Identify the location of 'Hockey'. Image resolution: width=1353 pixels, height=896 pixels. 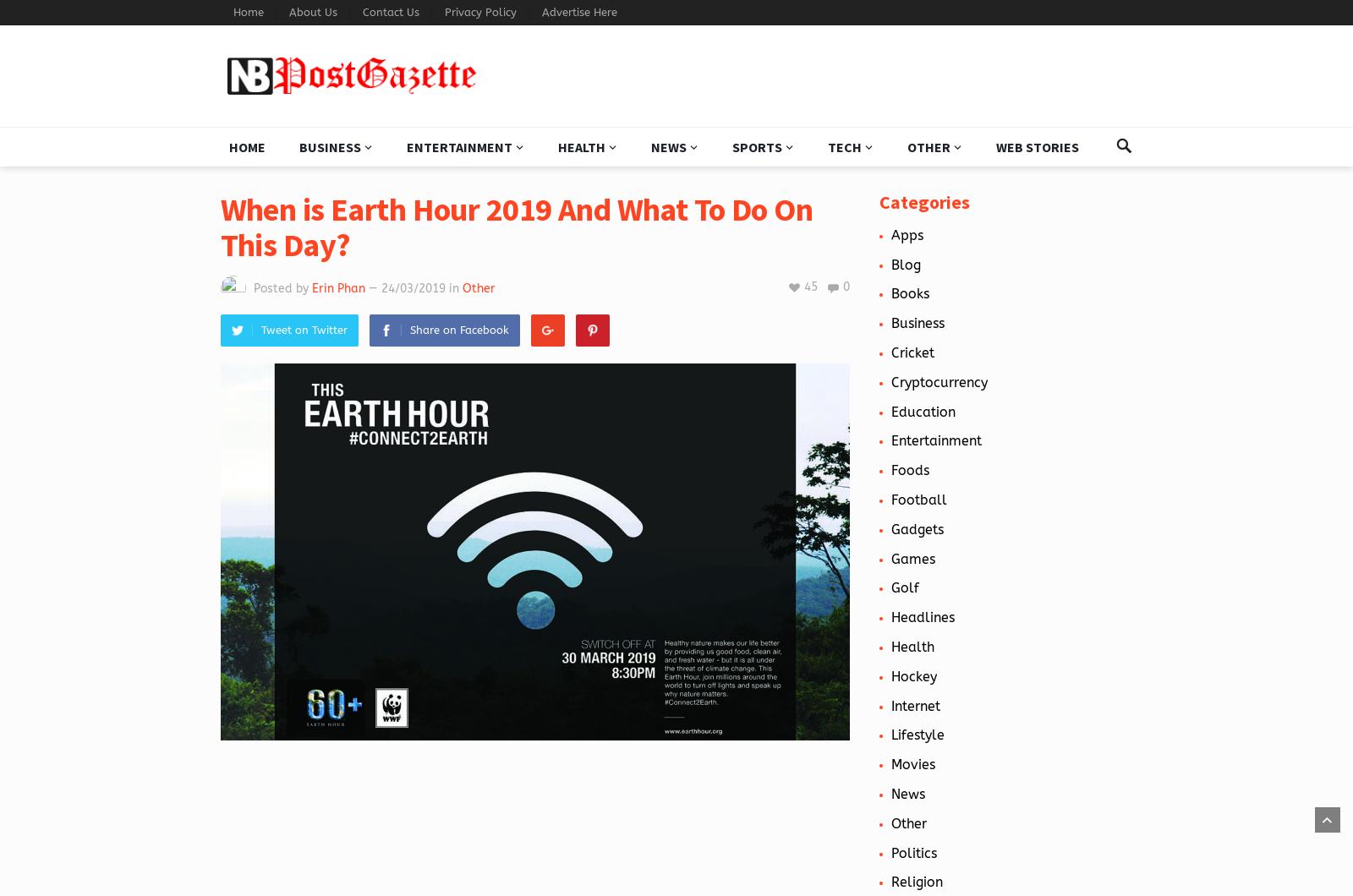
(913, 675).